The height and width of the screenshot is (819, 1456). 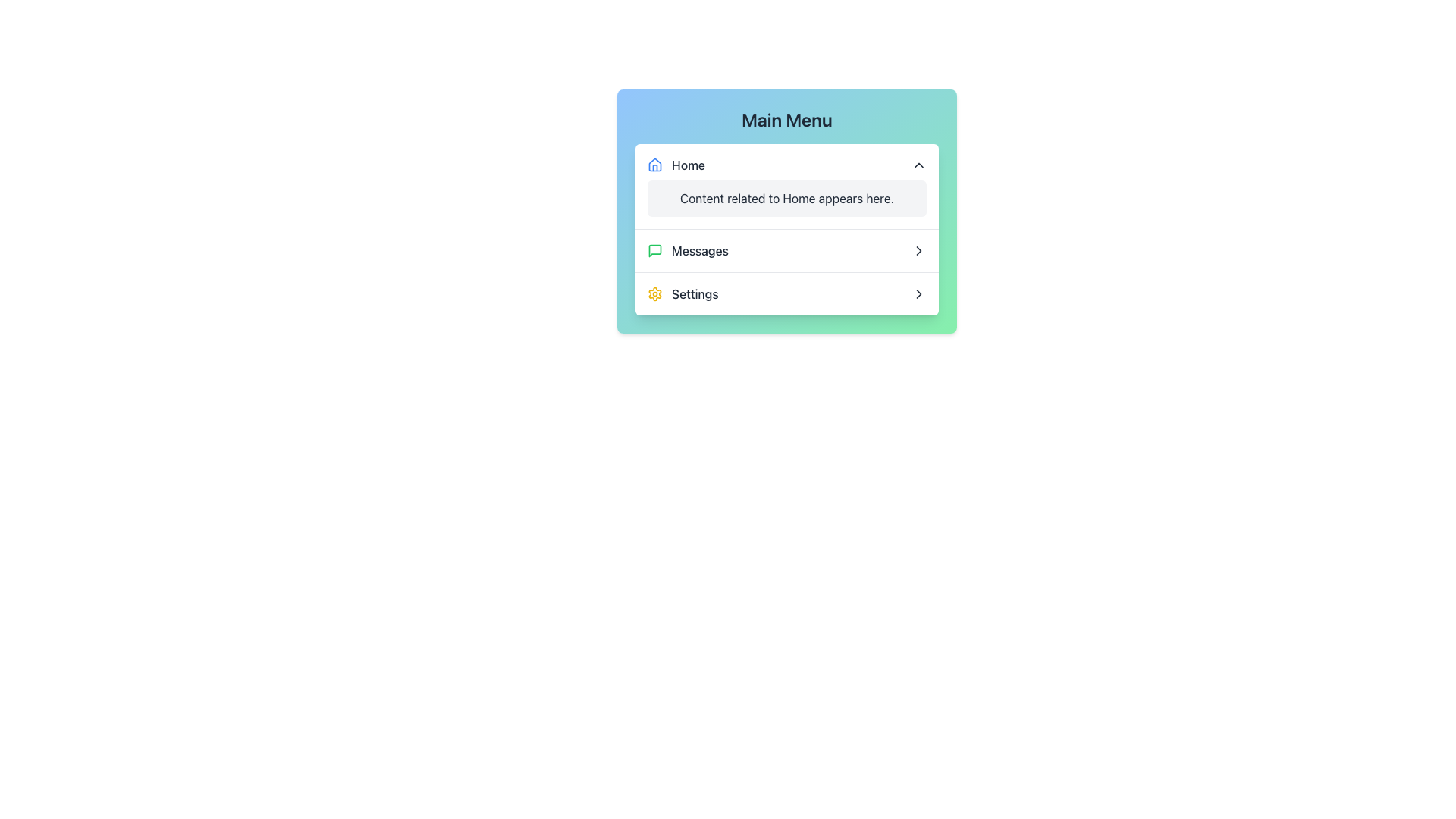 What do you see at coordinates (918, 294) in the screenshot?
I see `the right-pointing arrow icon in the 'Settings' row of the menu interface` at bounding box center [918, 294].